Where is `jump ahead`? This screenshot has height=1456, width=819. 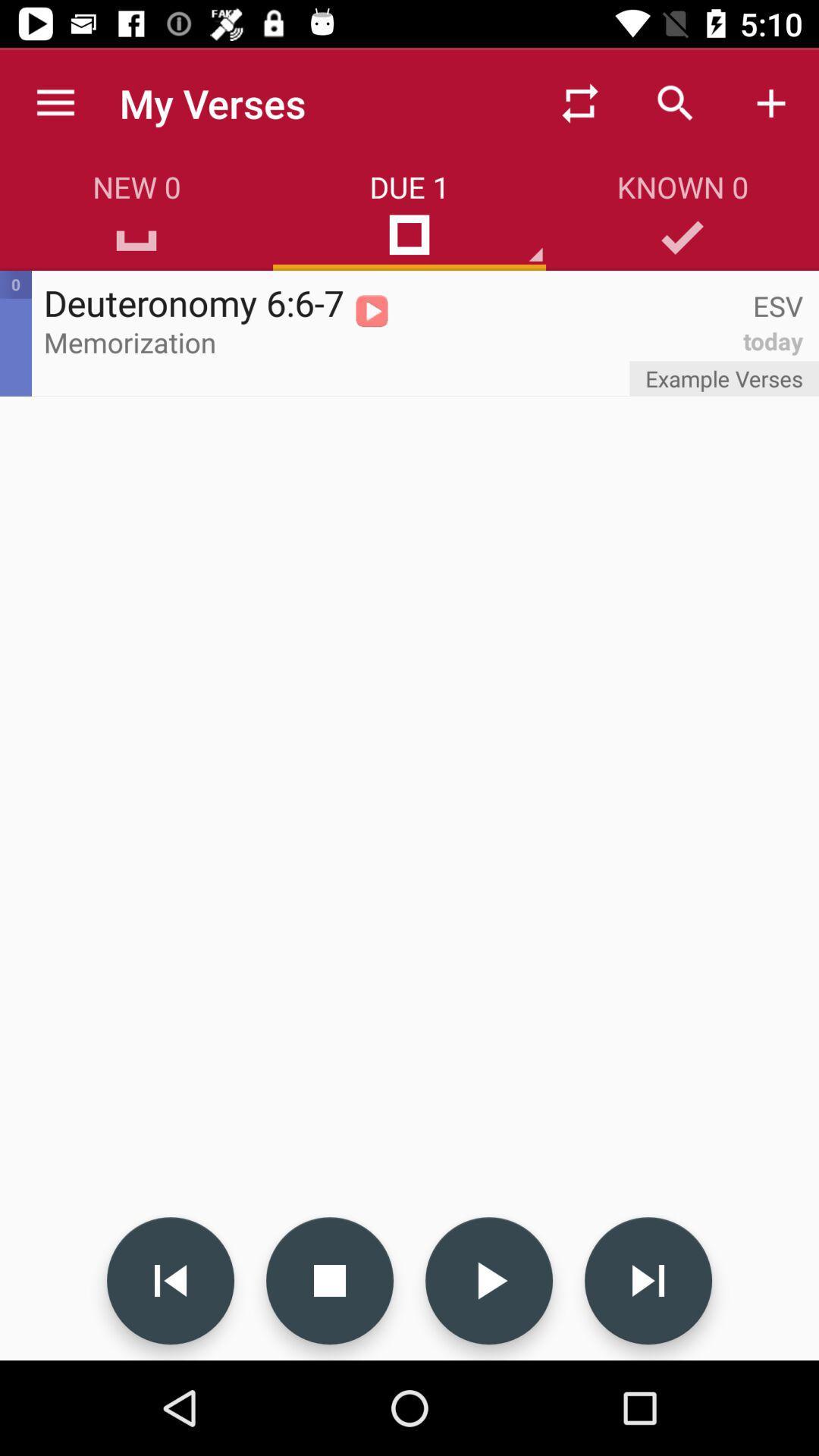
jump ahead is located at coordinates (648, 1280).